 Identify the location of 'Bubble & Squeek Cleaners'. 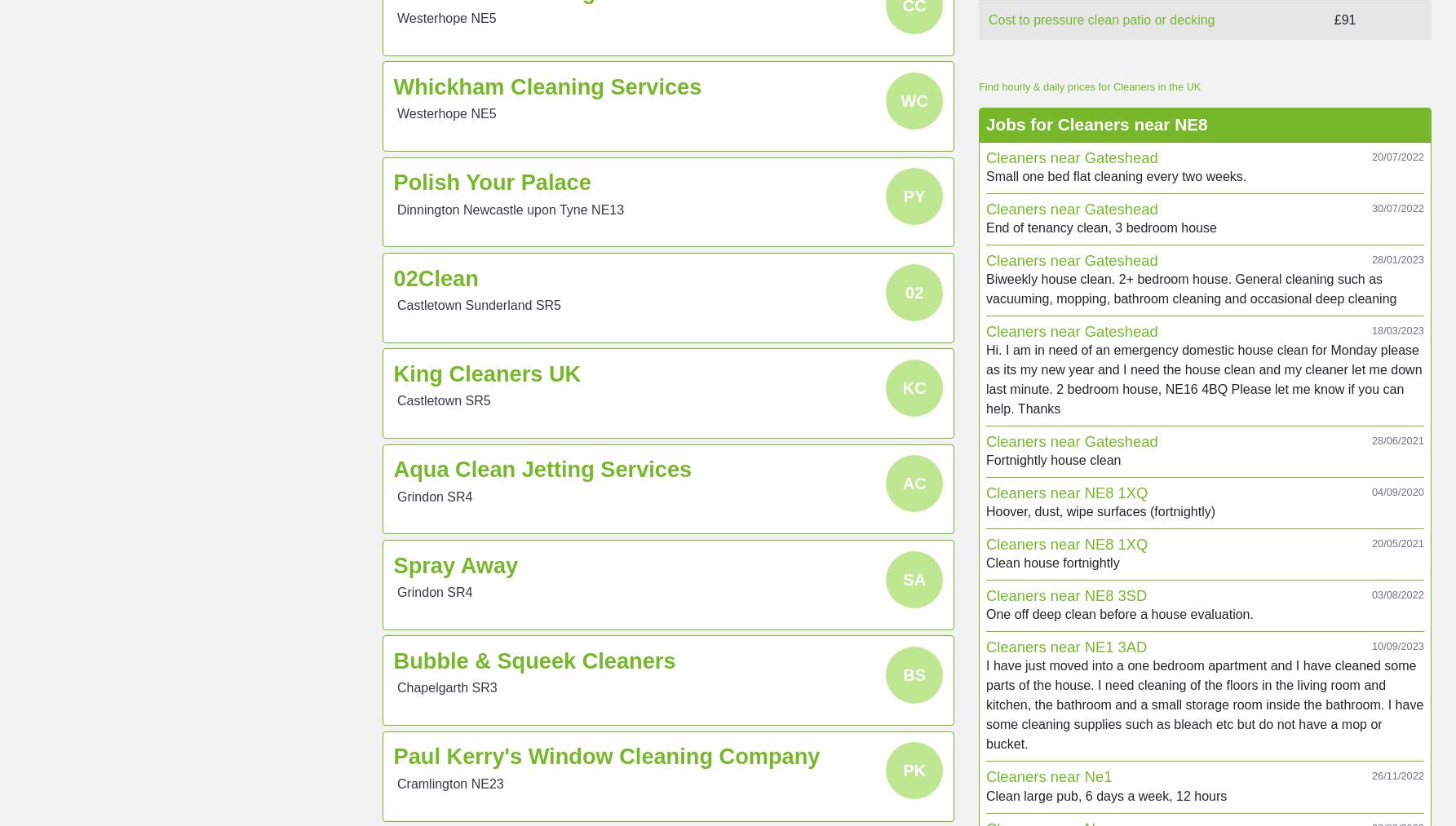
(392, 660).